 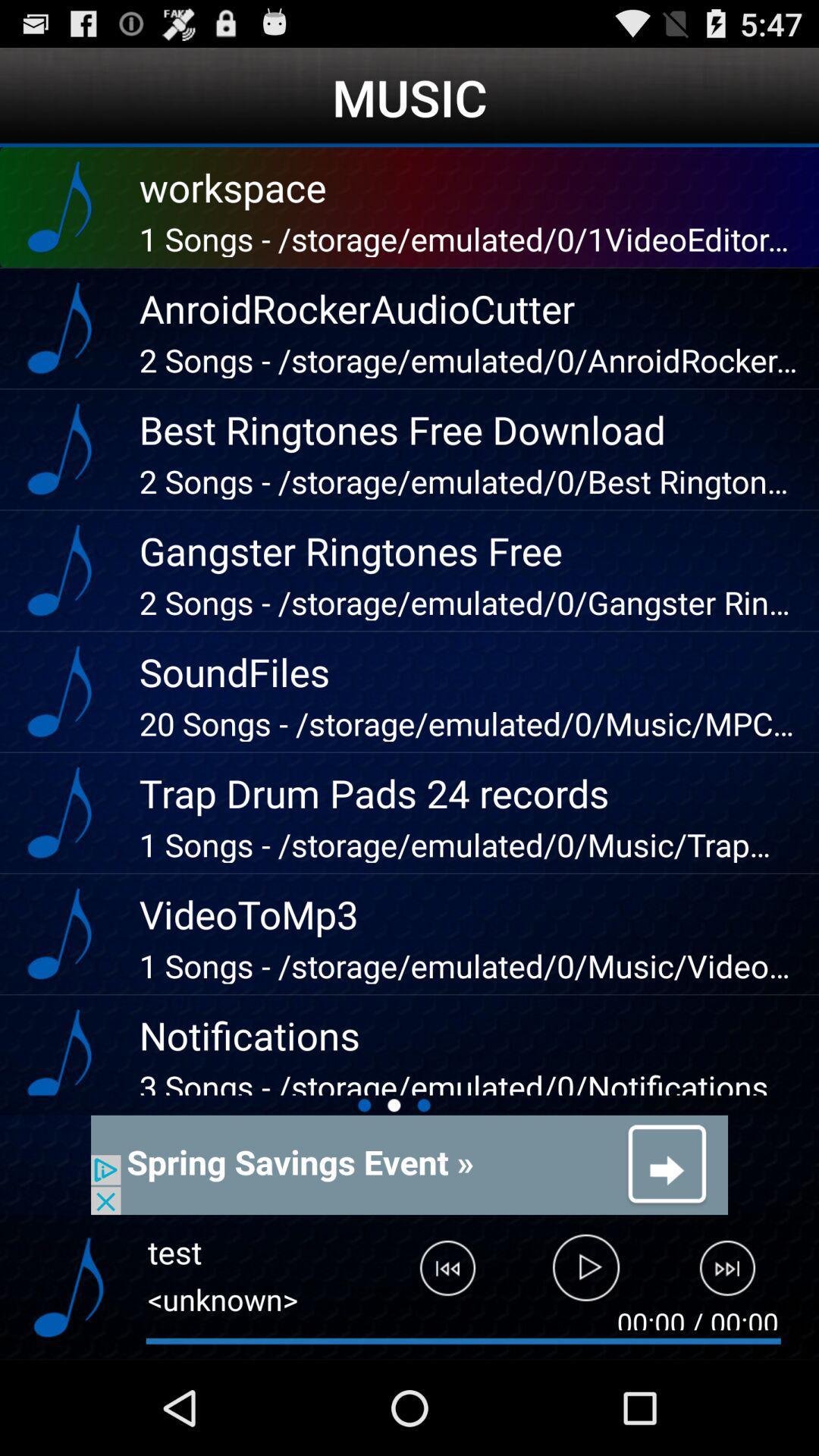 What do you see at coordinates (68, 1378) in the screenshot?
I see `the music icon` at bounding box center [68, 1378].